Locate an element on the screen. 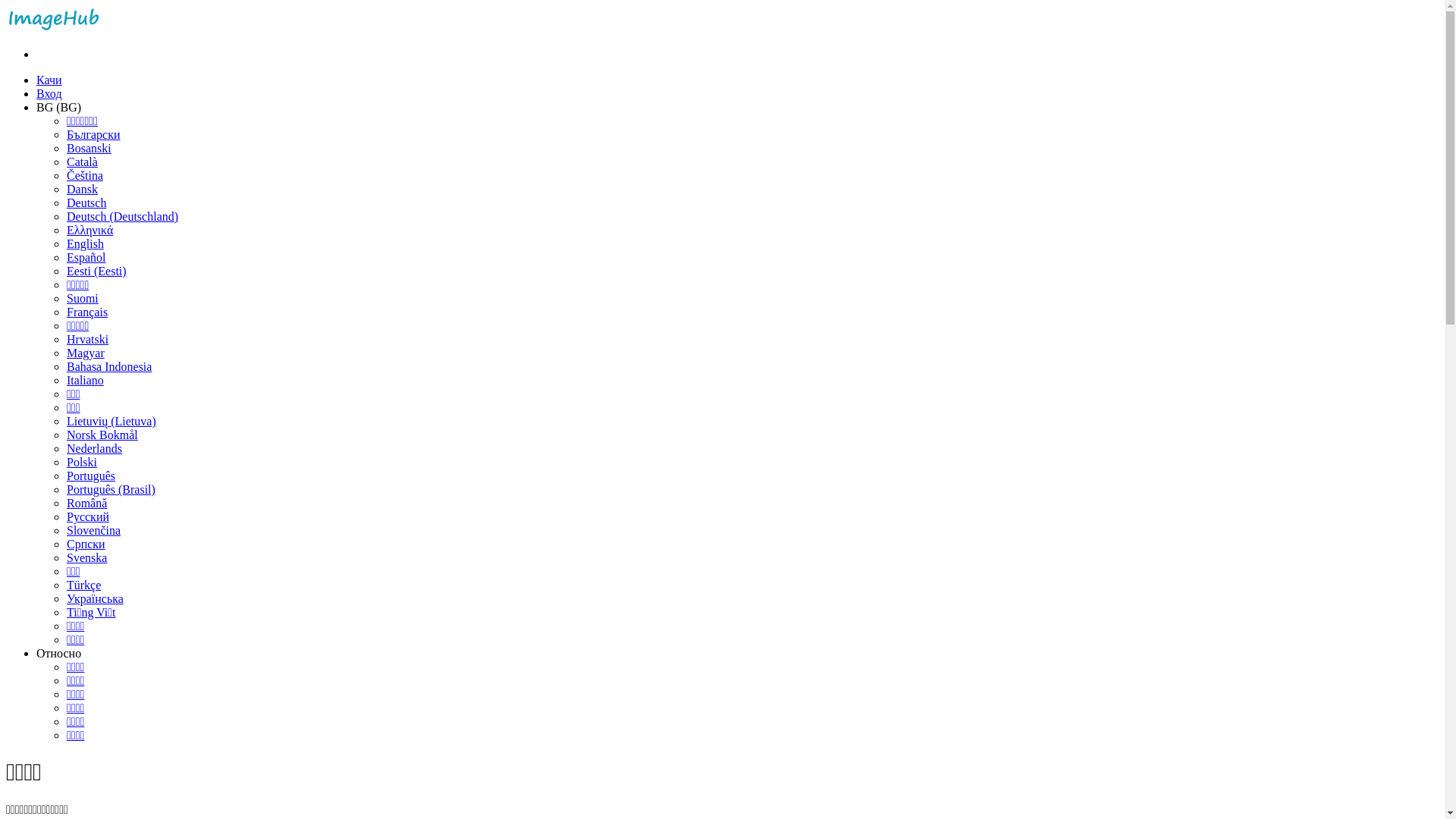  'Bahasa Indonesia' is located at coordinates (65, 366).